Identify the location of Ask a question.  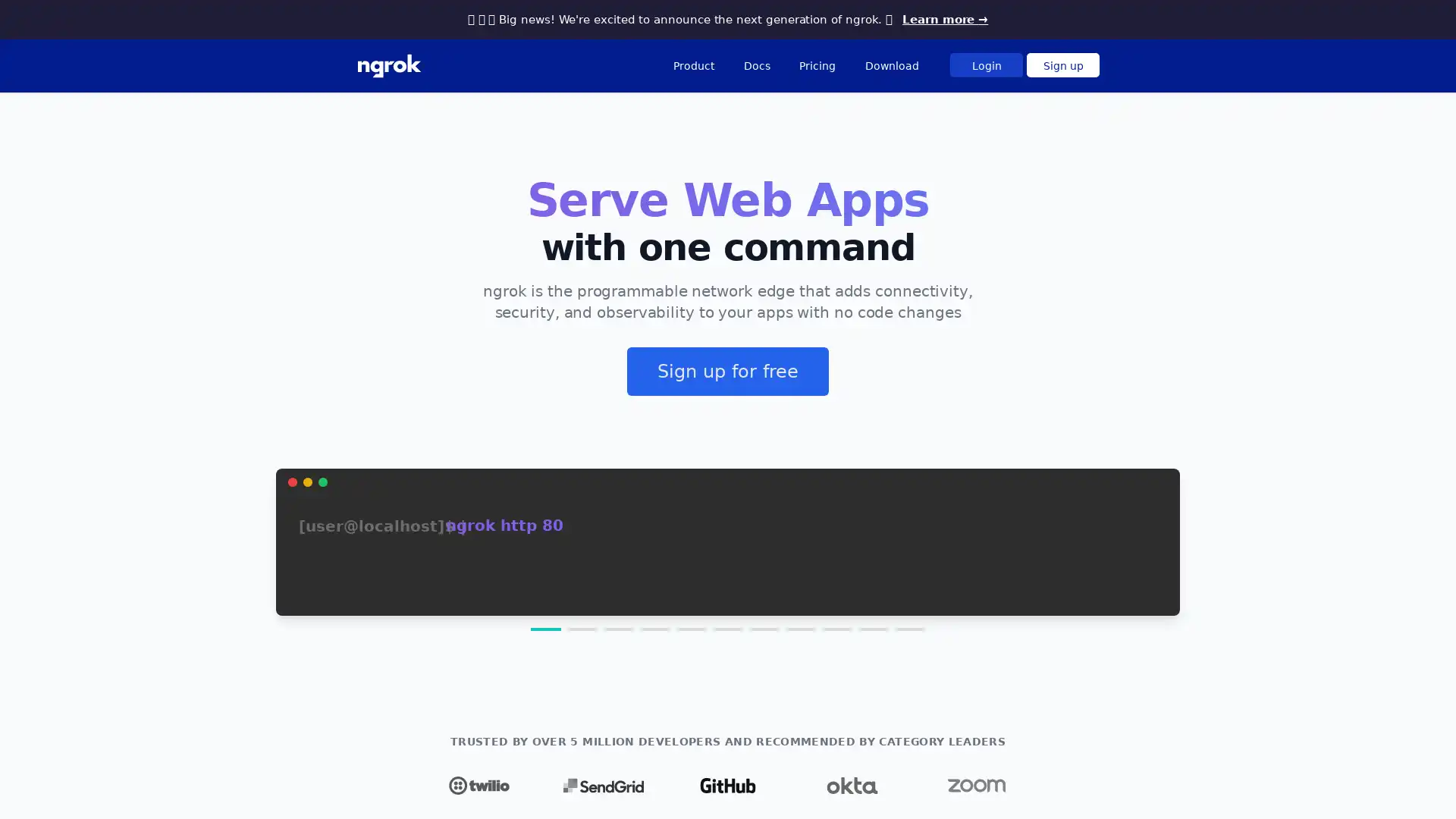
(1364, 784).